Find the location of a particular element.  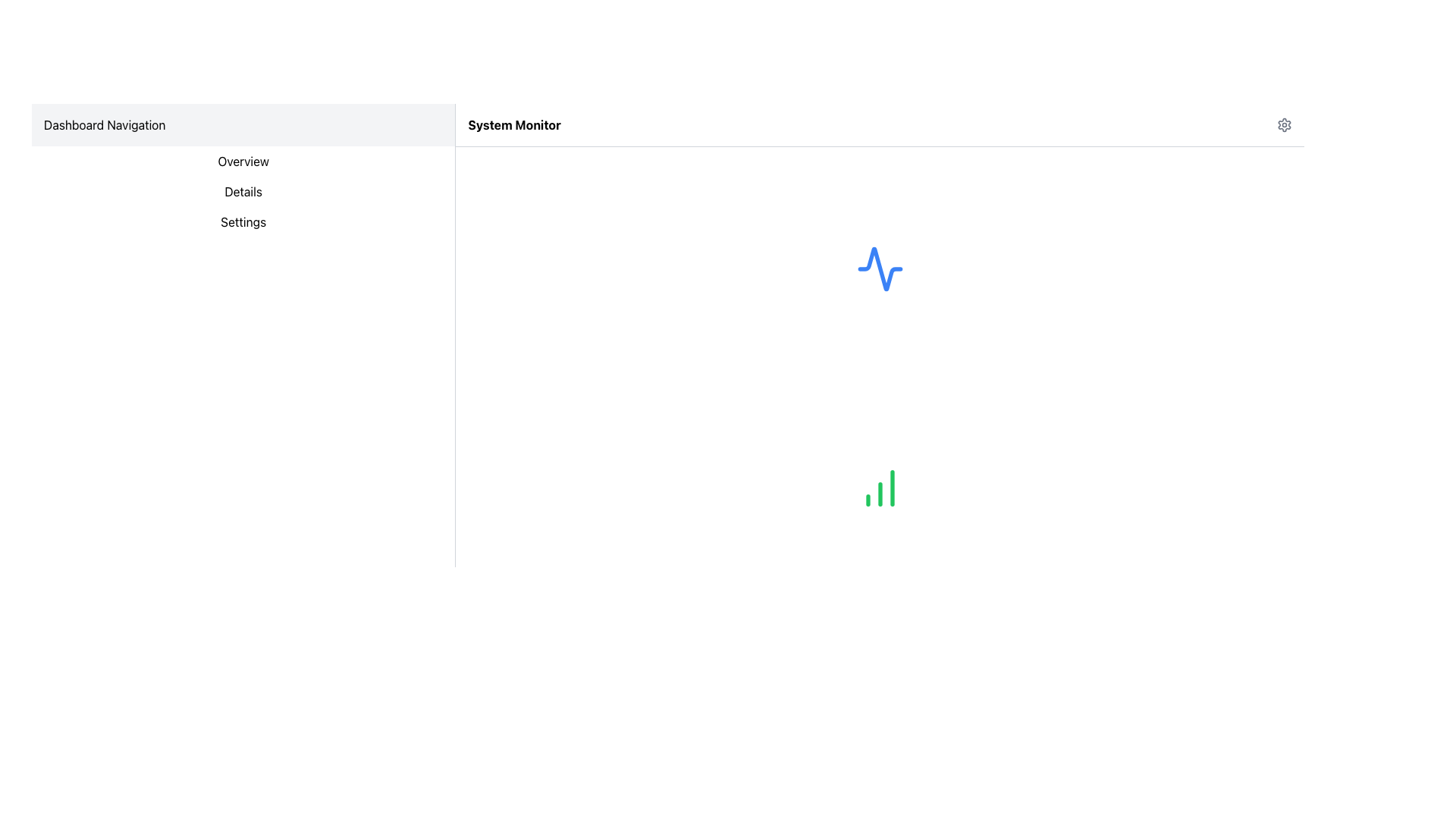

the 'Details' label in the Dashboard Navigation sidebar is located at coordinates (243, 191).